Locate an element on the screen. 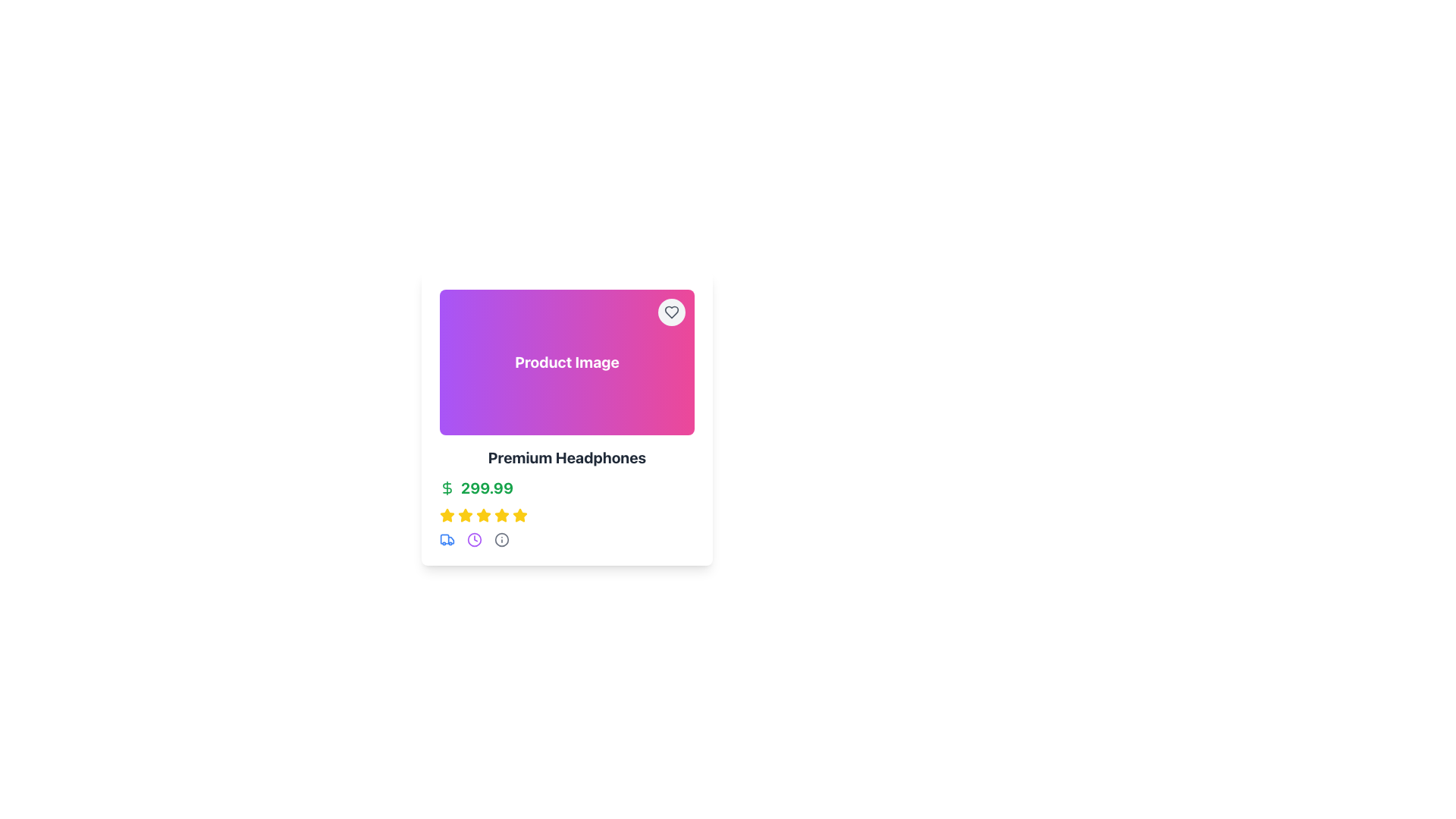 The image size is (1456, 819). the third yellow five-pointed star icon in the row located under the 'Premium Headphones' label is located at coordinates (483, 514).